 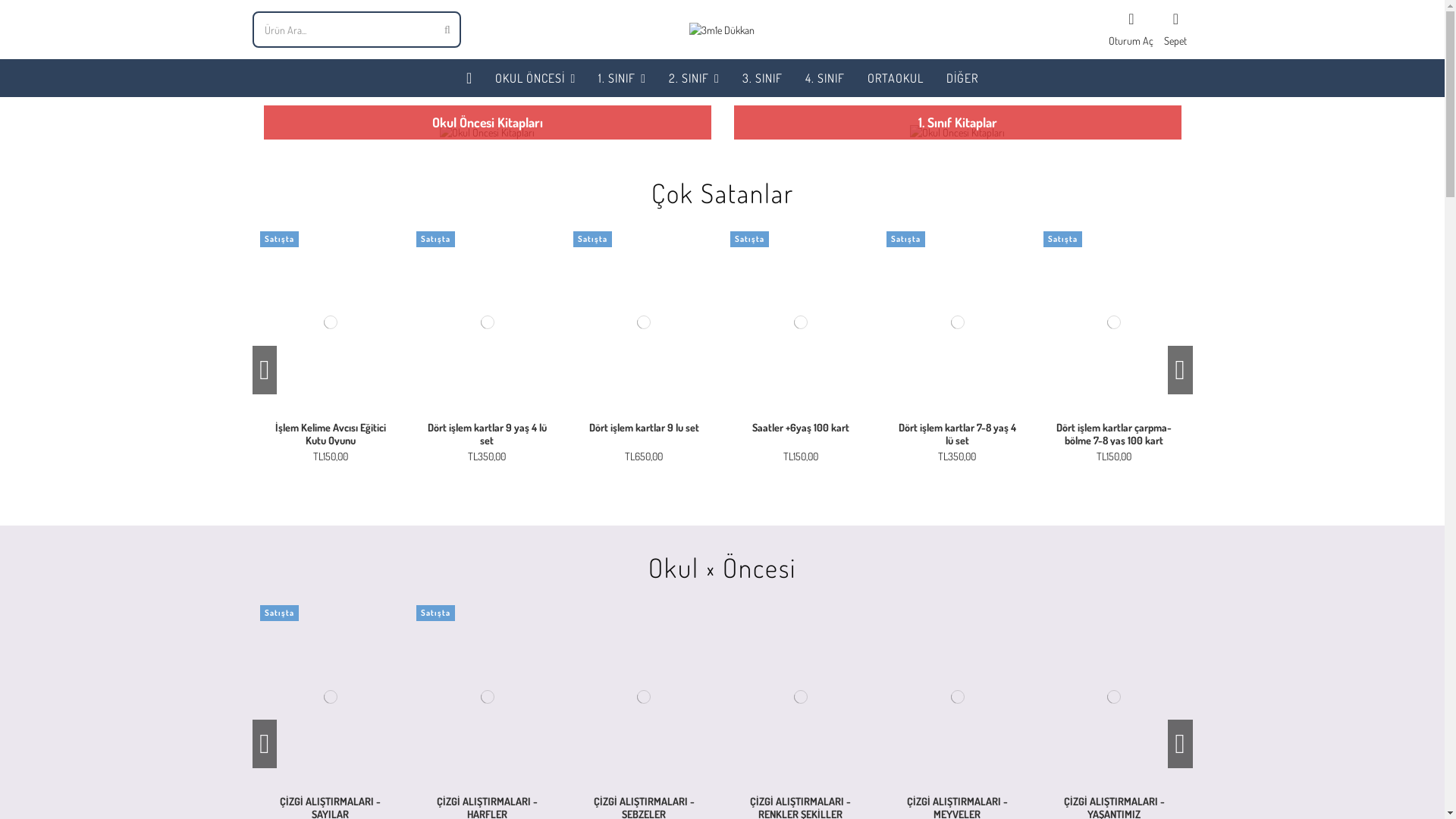 What do you see at coordinates (693, 78) in the screenshot?
I see `'2. SINIF'` at bounding box center [693, 78].